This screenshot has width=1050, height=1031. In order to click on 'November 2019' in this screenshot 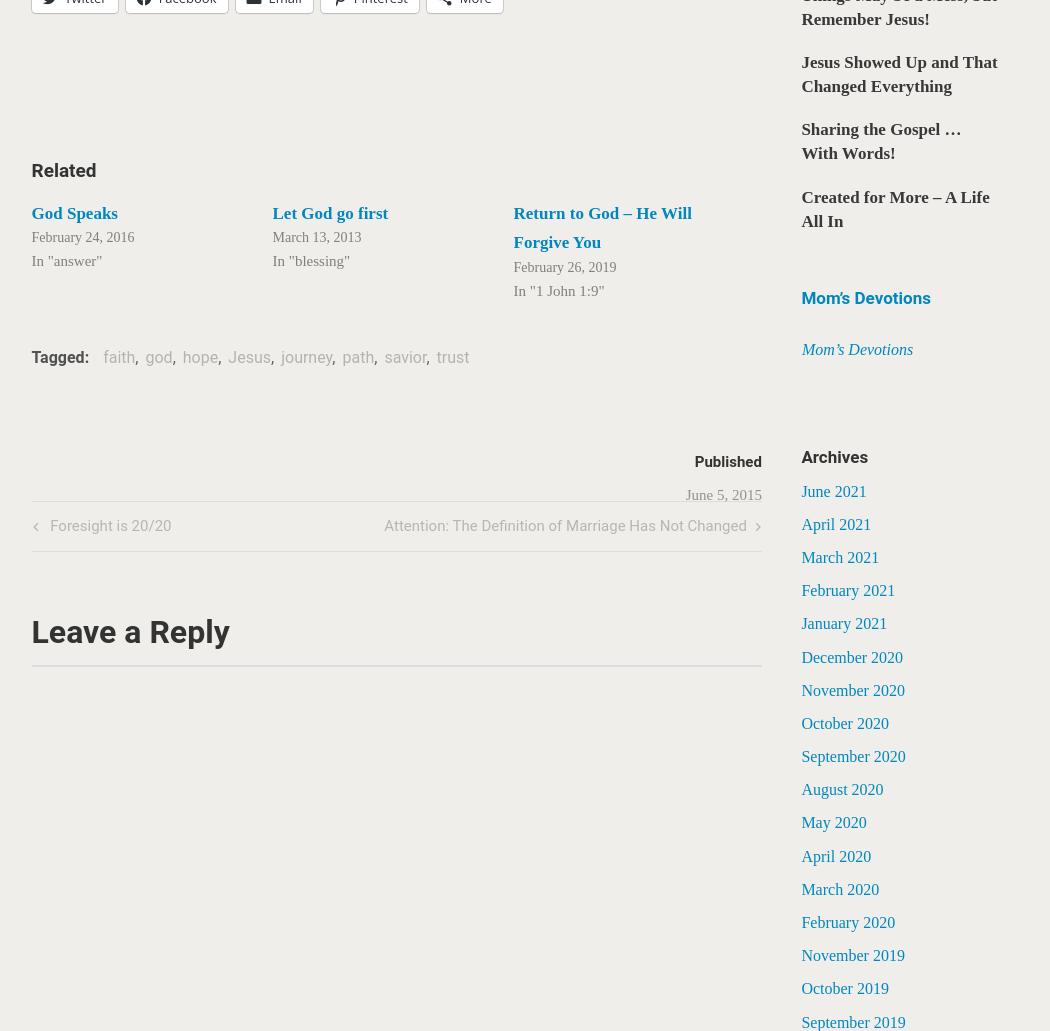, I will do `click(852, 954)`.